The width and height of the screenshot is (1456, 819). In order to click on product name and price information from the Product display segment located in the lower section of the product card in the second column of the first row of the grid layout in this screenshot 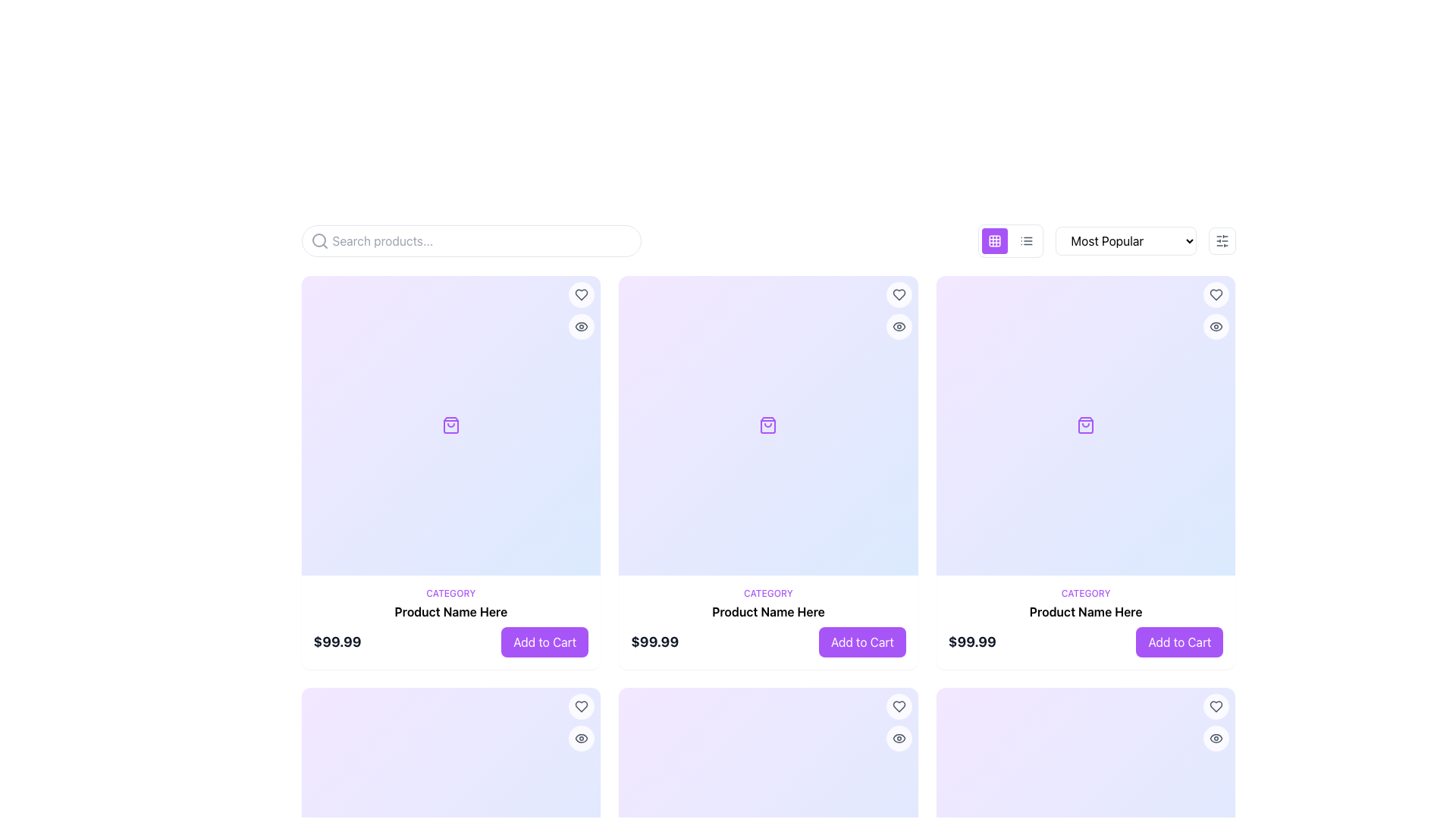, I will do `click(768, 622)`.